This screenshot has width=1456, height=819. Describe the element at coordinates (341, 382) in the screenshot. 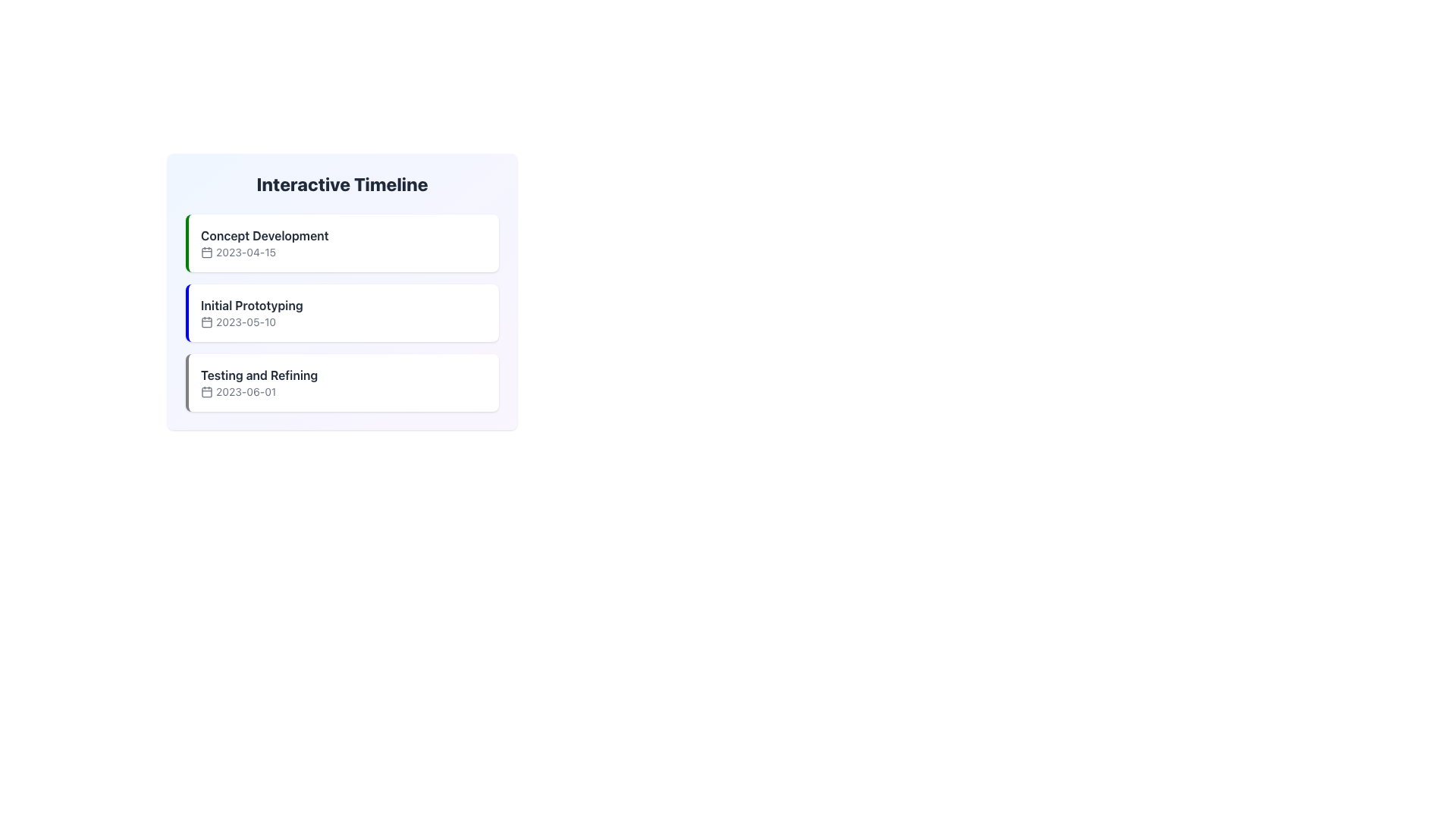

I see `the 'Testing and Refining' Information card in the Interactive Timeline section, which is the third item in the vertical list` at that location.